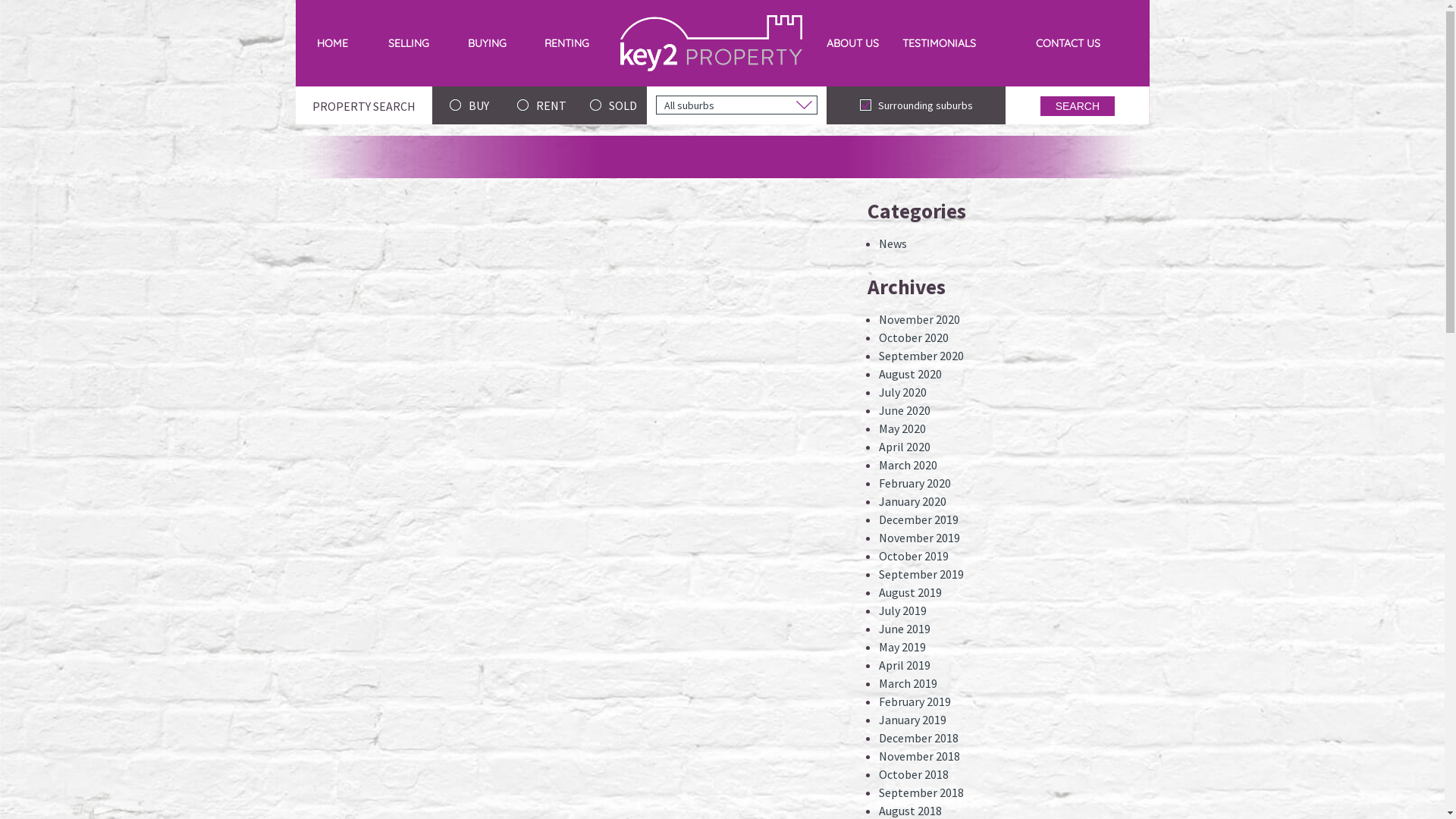 The image size is (1456, 819). I want to click on 'December 2019', so click(918, 519).